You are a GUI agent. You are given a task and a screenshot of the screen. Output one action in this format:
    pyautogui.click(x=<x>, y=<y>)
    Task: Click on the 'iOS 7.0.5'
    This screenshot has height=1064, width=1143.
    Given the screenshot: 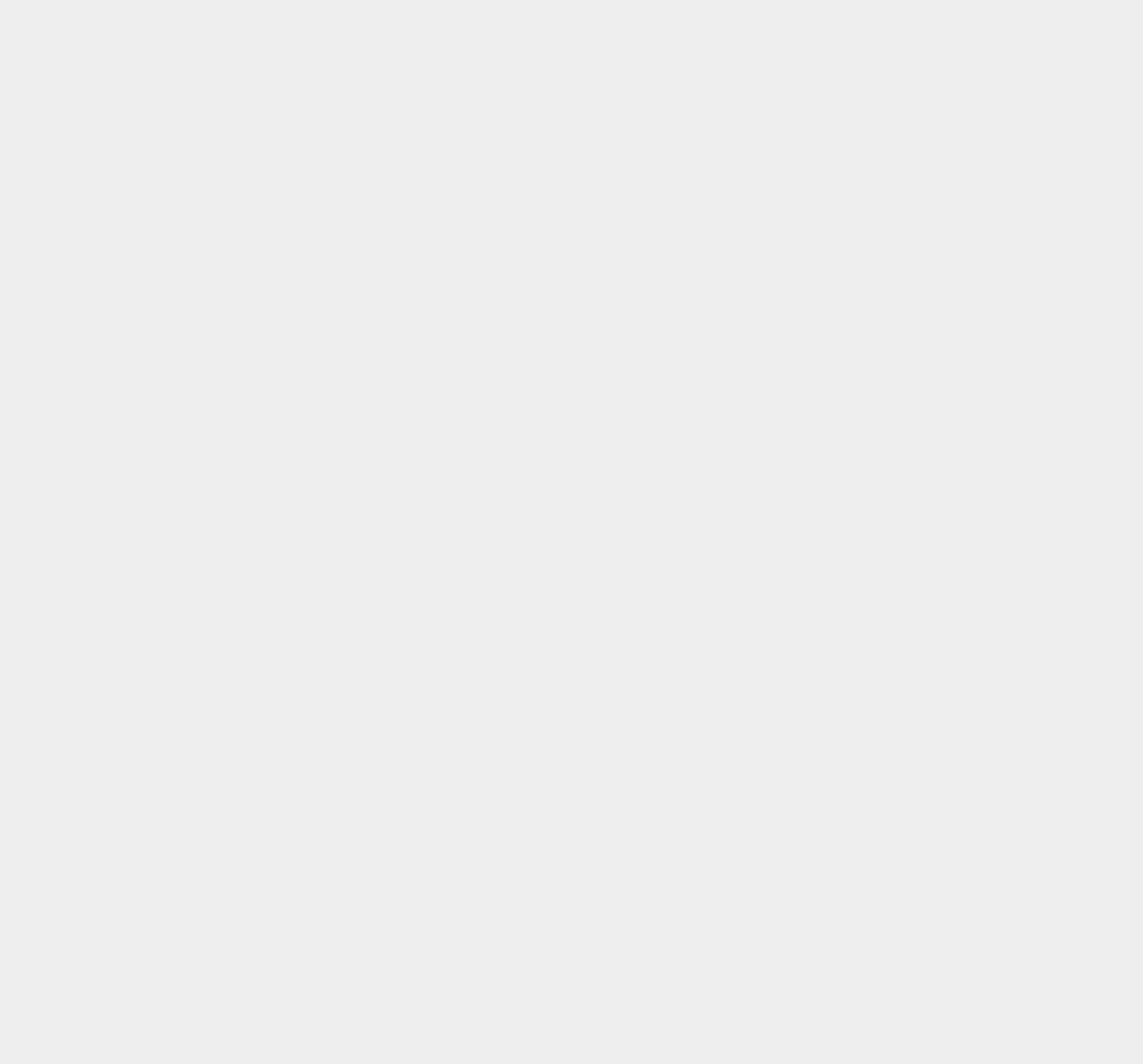 What is the action you would take?
    pyautogui.click(x=807, y=659)
    